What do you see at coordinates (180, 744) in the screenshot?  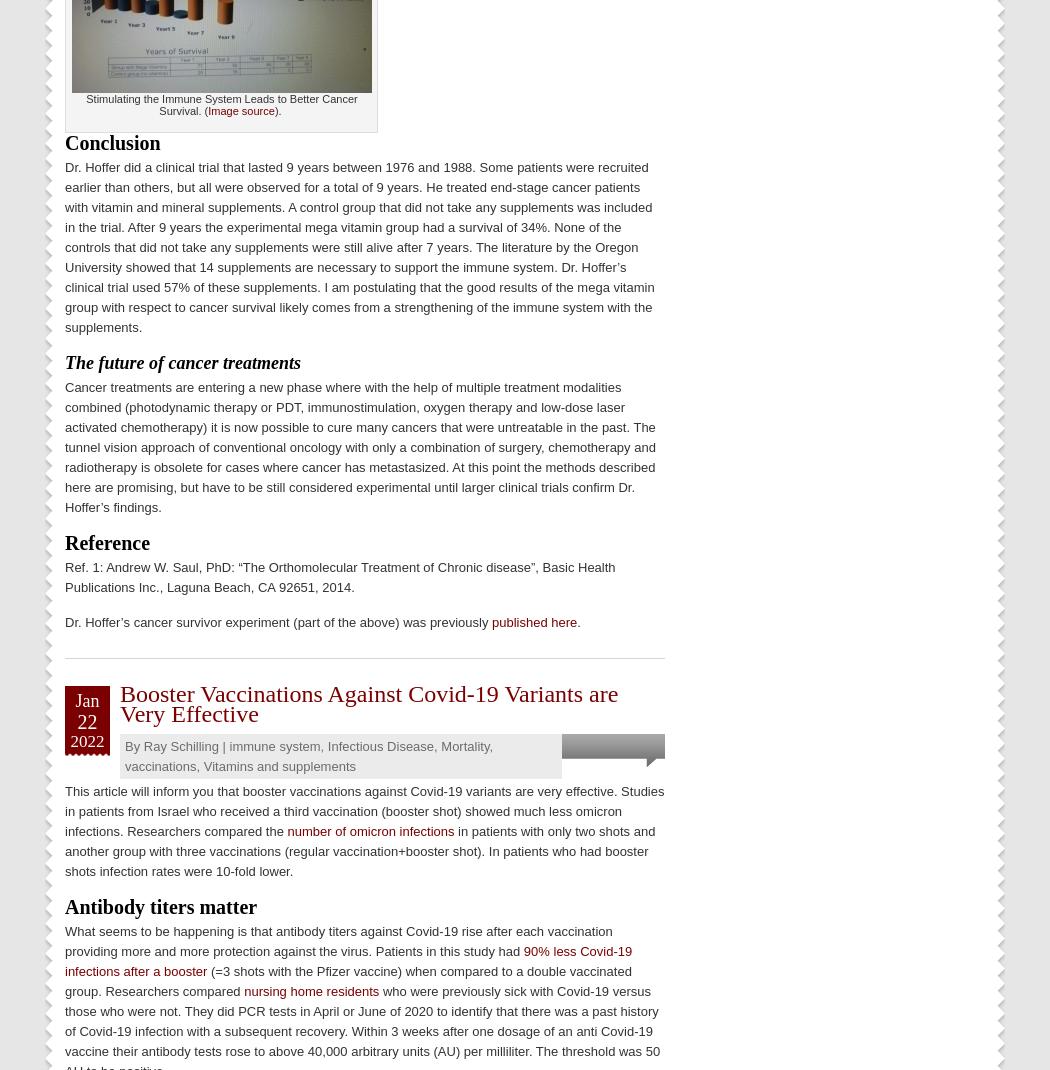 I see `'Ray Schilling'` at bounding box center [180, 744].